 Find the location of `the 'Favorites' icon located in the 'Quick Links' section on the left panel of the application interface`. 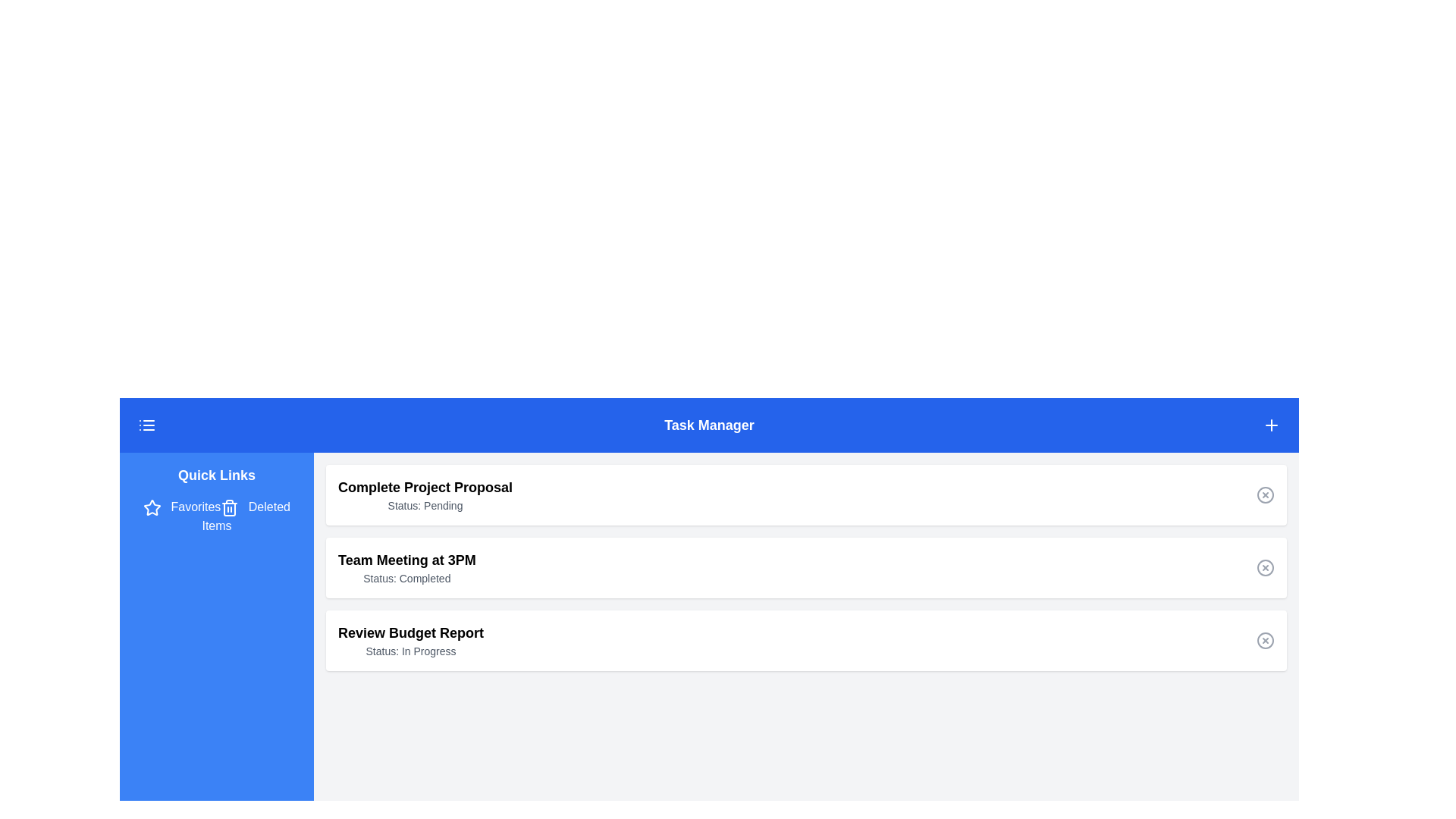

the 'Favorites' icon located in the 'Quick Links' section on the left panel of the application interface is located at coordinates (152, 507).